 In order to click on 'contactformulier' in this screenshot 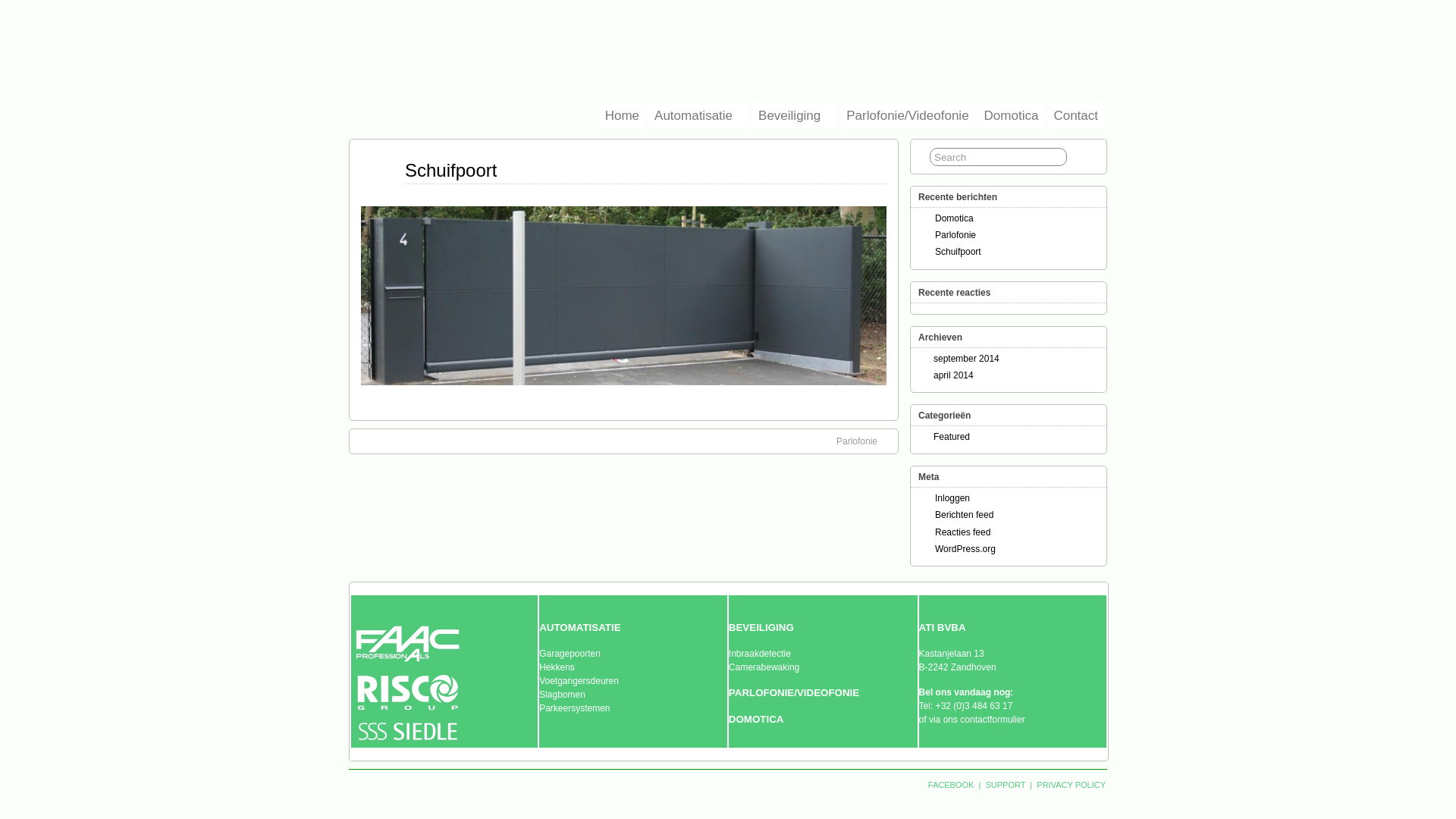, I will do `click(992, 718)`.